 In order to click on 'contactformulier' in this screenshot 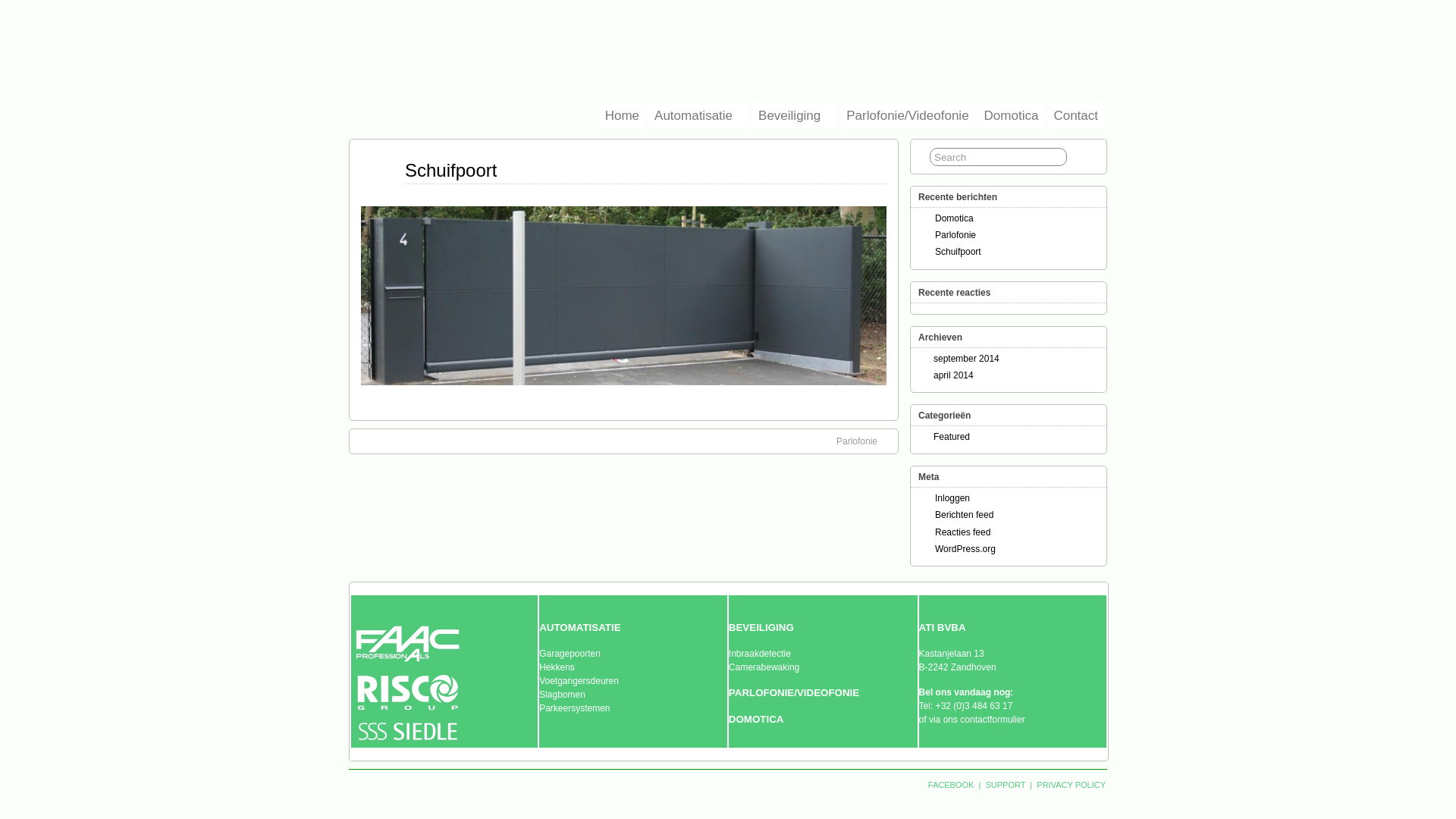, I will do `click(992, 718)`.